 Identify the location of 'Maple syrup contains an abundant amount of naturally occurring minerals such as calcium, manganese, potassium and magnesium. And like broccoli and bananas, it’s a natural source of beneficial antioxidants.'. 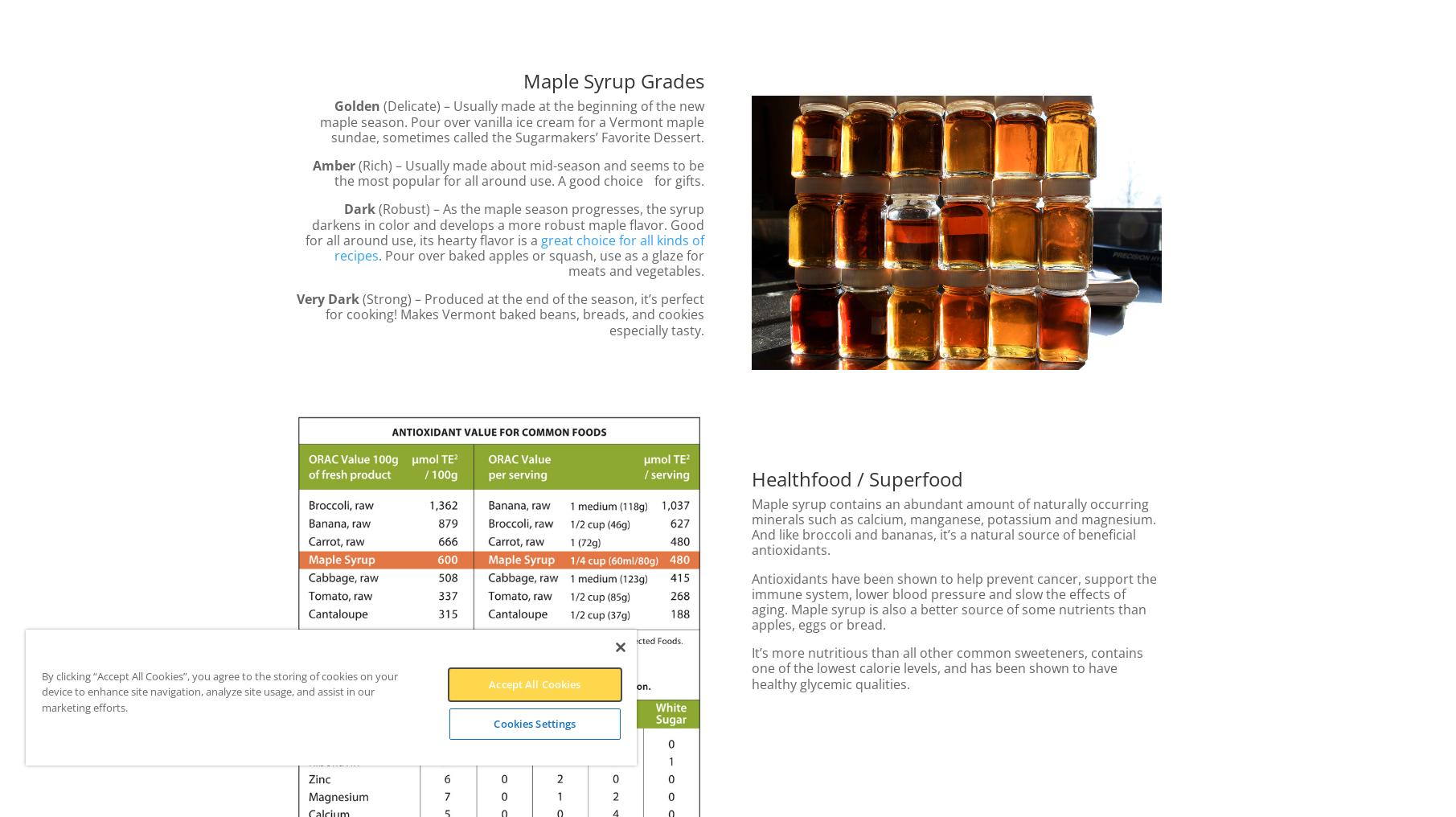
(953, 526).